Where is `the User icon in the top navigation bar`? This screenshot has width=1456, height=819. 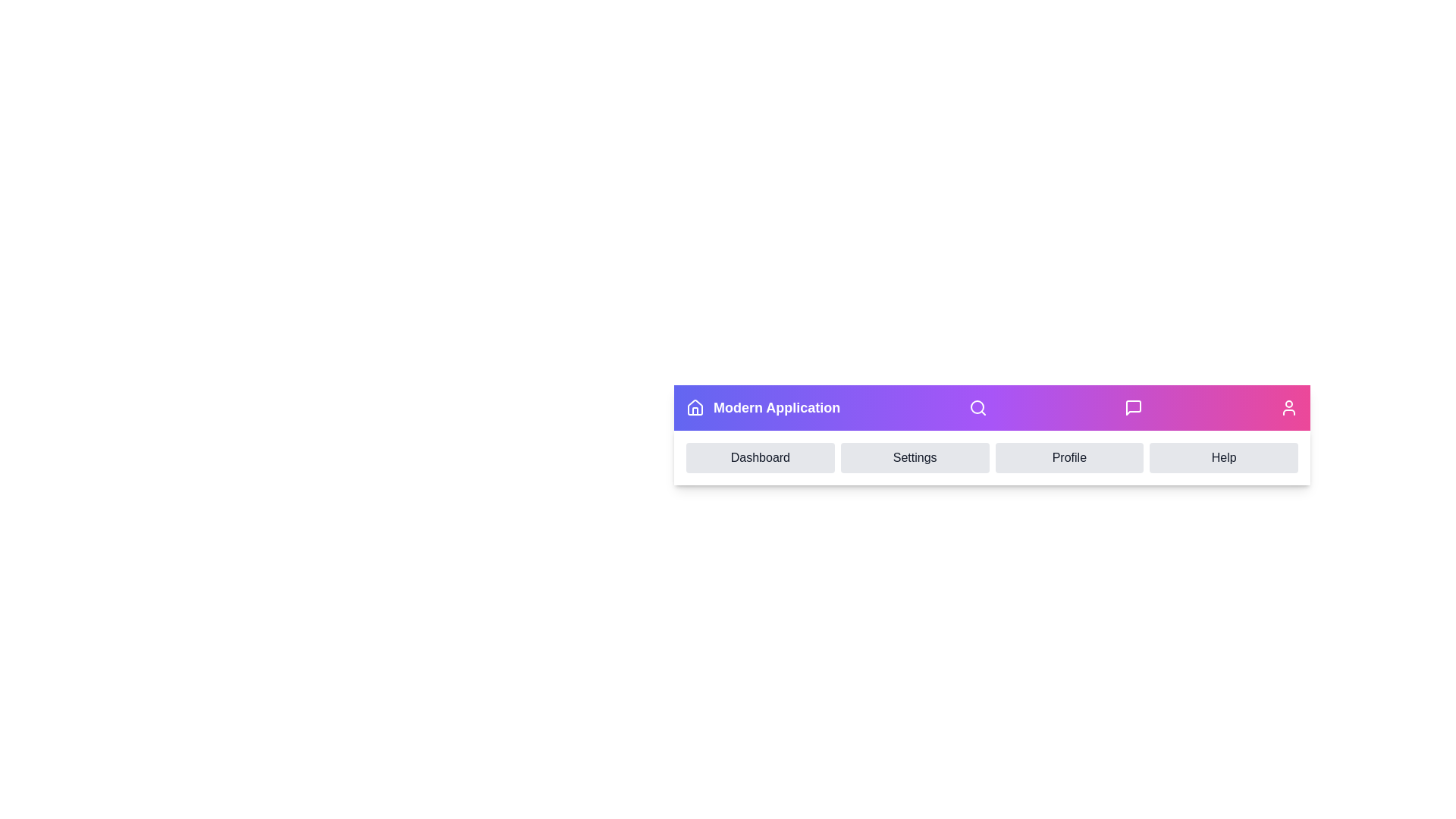
the User icon in the top navigation bar is located at coordinates (1288, 406).